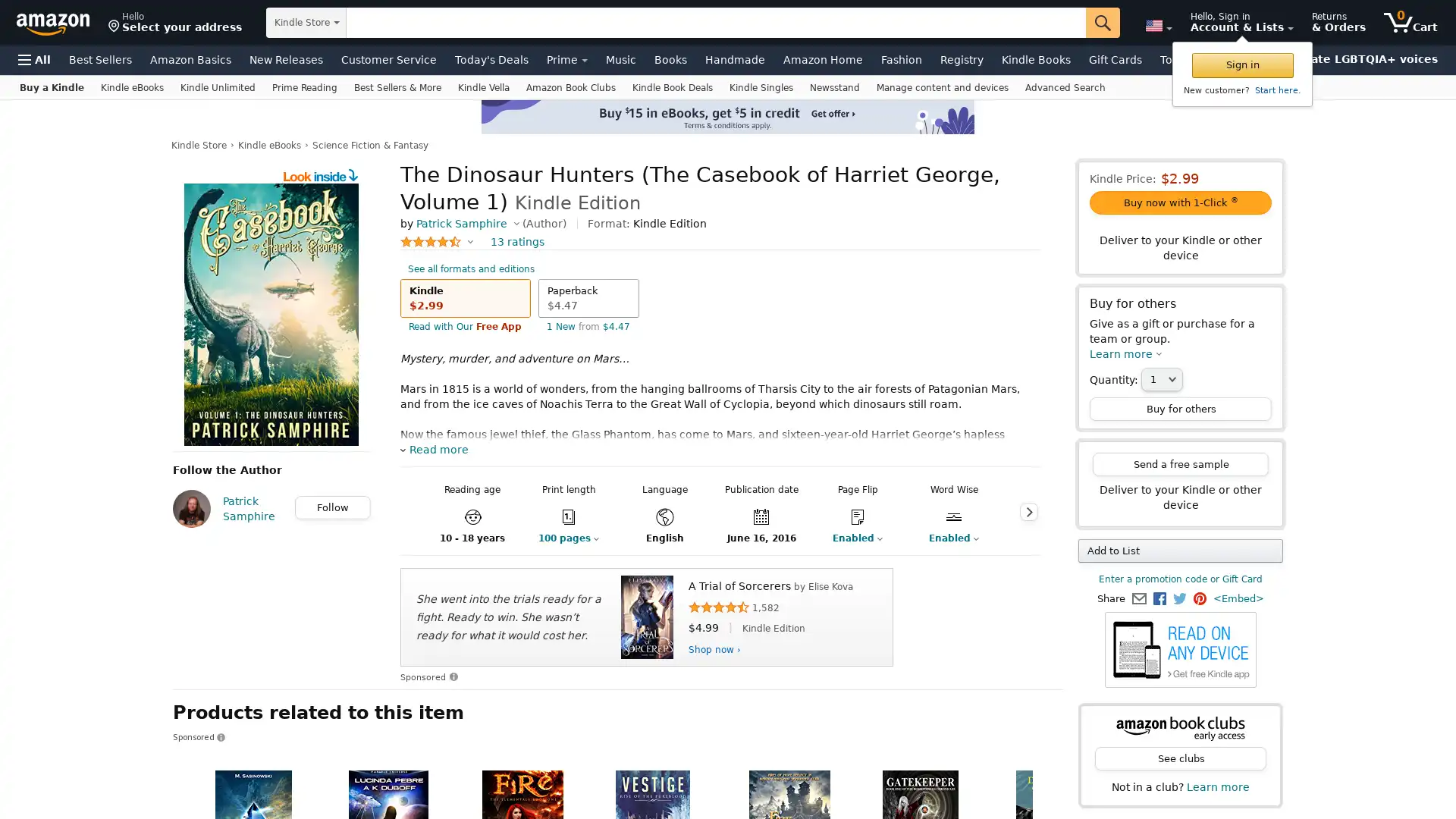 The image size is (1456, 819). Describe the element at coordinates (857, 537) in the screenshot. I see `Enabled` at that location.